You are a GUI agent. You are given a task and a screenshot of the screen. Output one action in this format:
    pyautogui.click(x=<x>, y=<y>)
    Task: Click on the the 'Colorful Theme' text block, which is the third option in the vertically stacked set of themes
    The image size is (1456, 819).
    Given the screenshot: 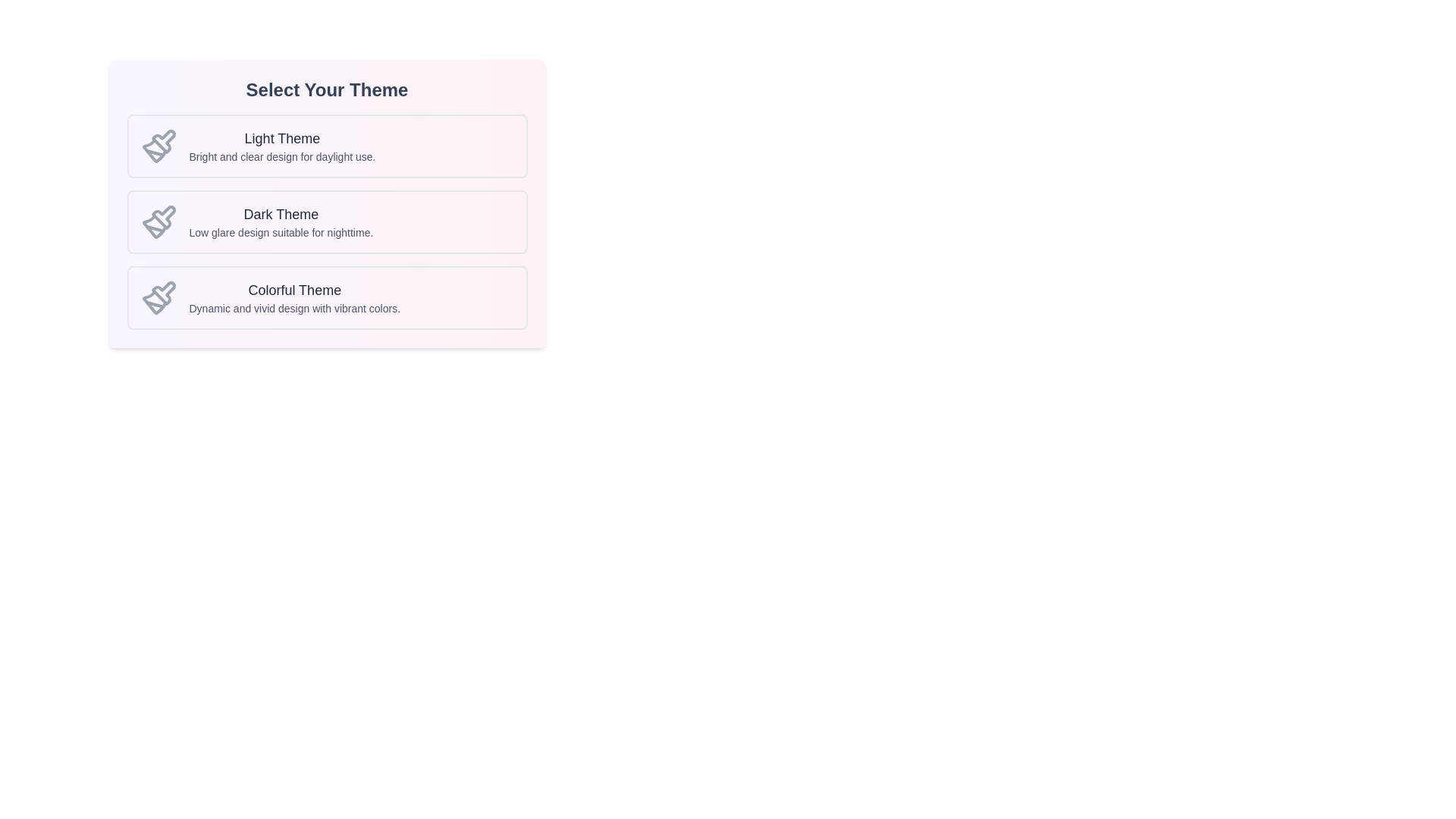 What is the action you would take?
    pyautogui.click(x=294, y=298)
    